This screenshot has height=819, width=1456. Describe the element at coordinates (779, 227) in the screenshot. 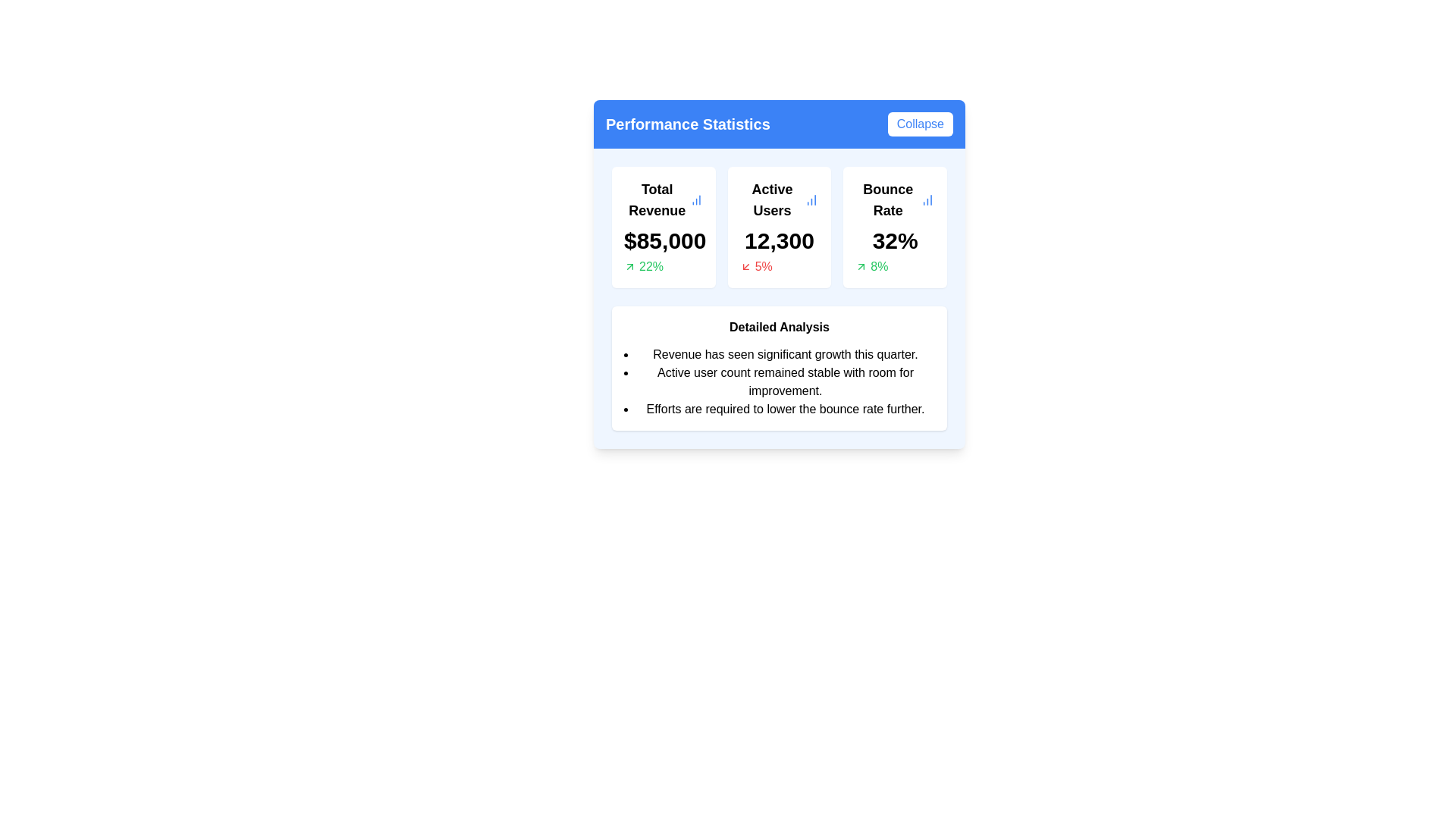

I see `the Summary display panel that provides insights on Total Revenue, Active Users, and Bounce Rate, located beneath the Performance Statistics title bar` at that location.